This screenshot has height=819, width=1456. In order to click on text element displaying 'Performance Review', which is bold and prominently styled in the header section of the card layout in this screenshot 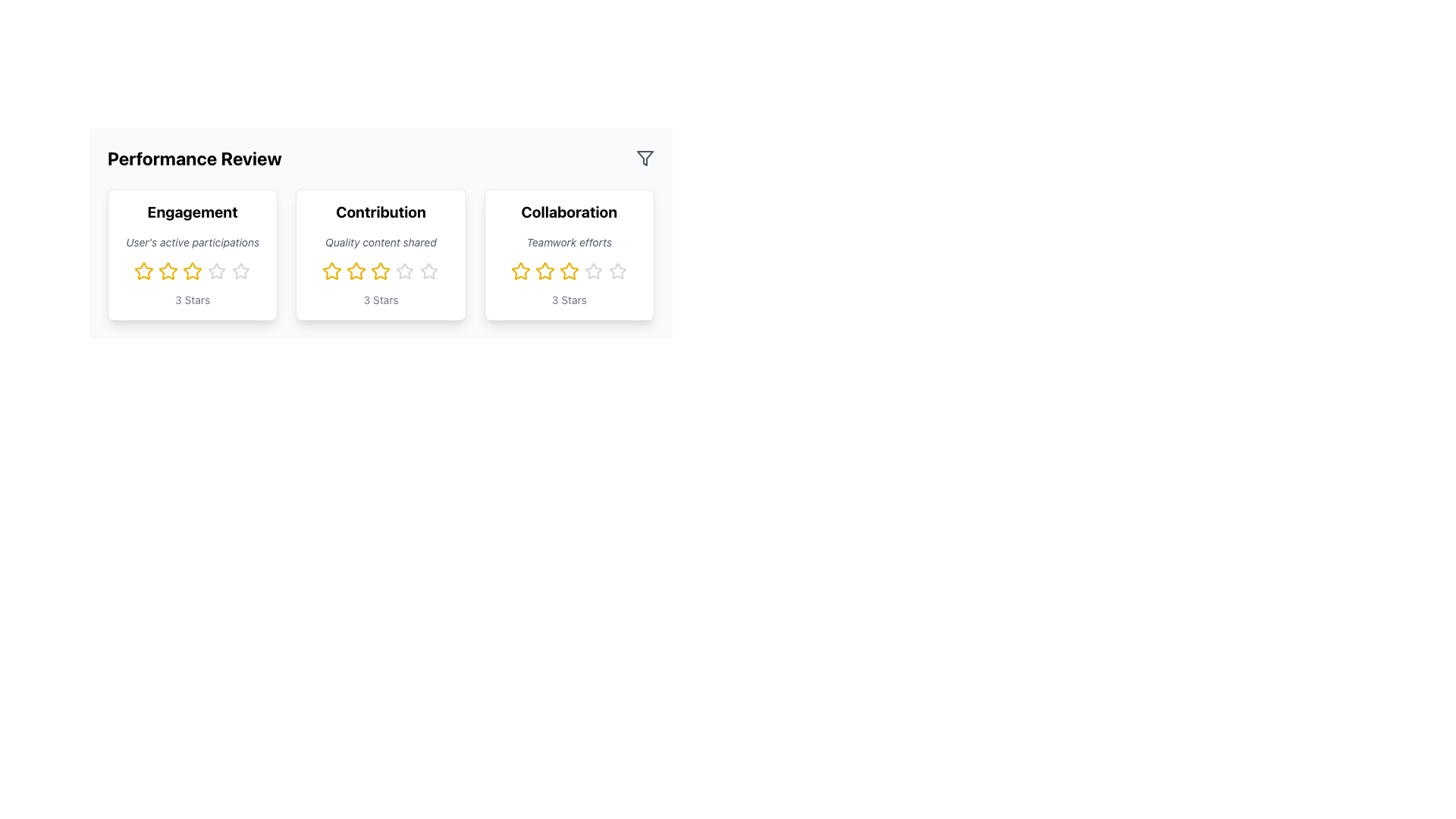, I will do `click(193, 158)`.